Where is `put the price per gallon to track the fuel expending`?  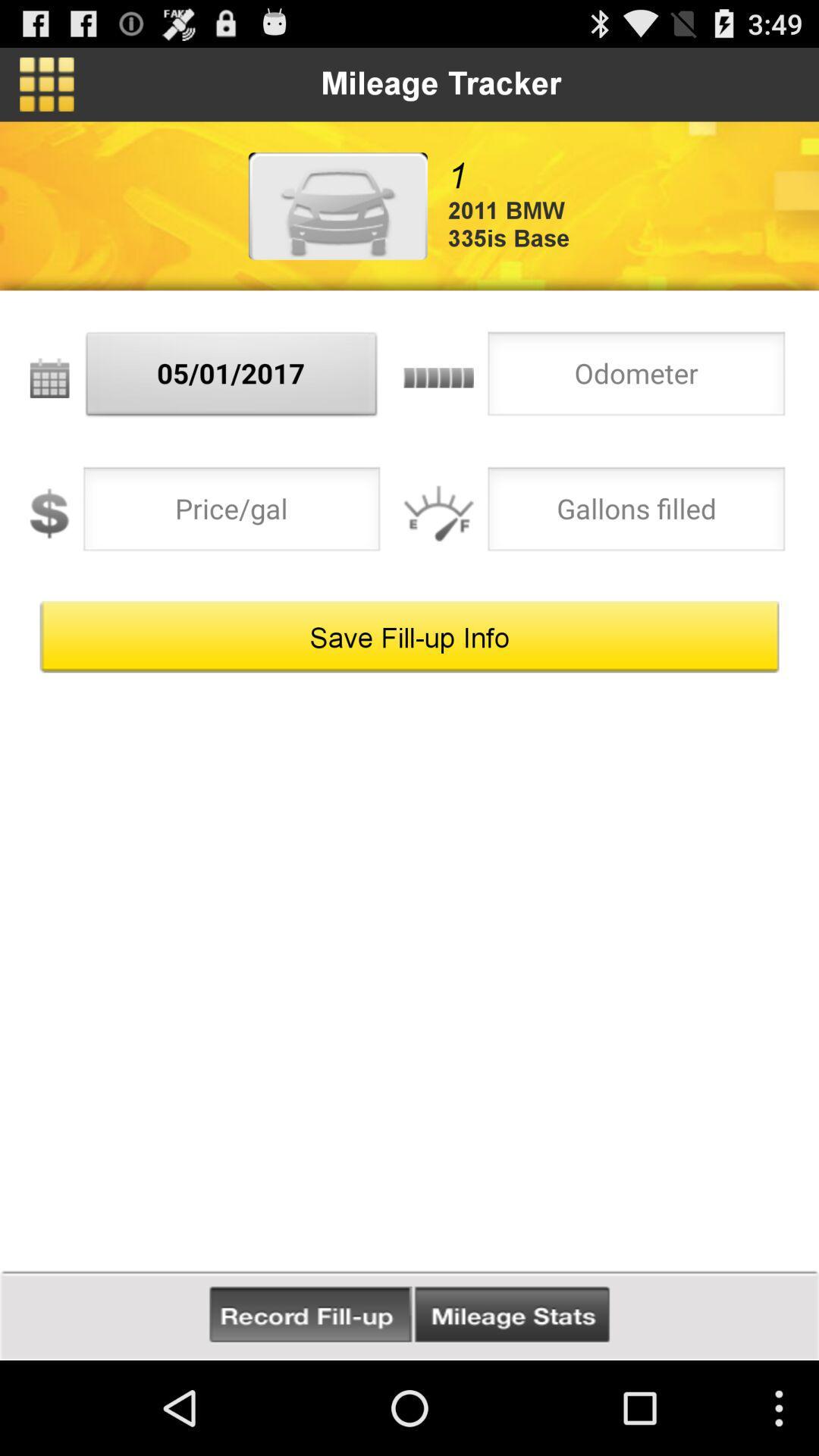 put the price per gallon to track the fuel expending is located at coordinates (231, 513).